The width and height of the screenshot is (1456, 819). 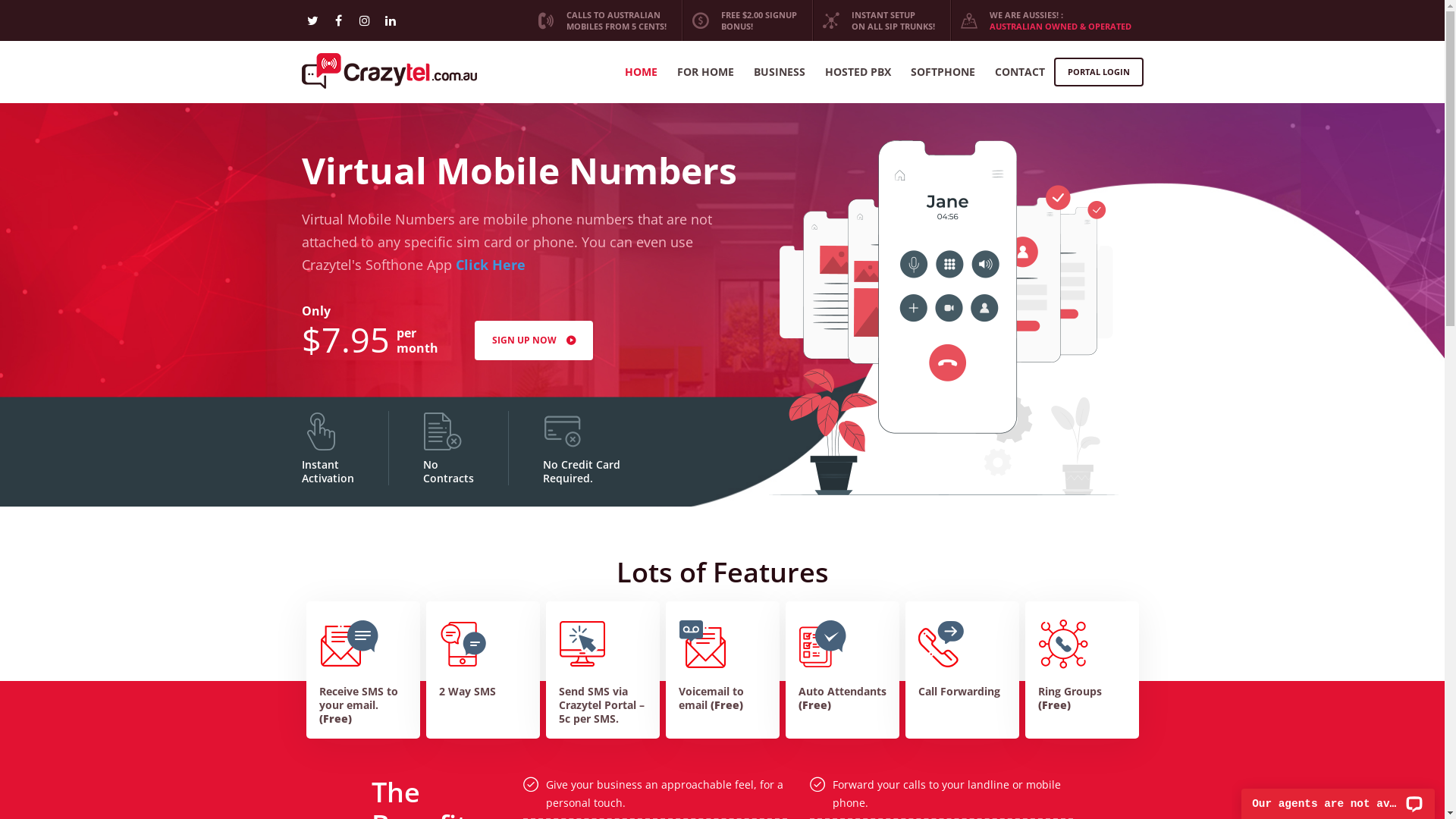 What do you see at coordinates (910, 72) in the screenshot?
I see `'SOFTPHONE'` at bounding box center [910, 72].